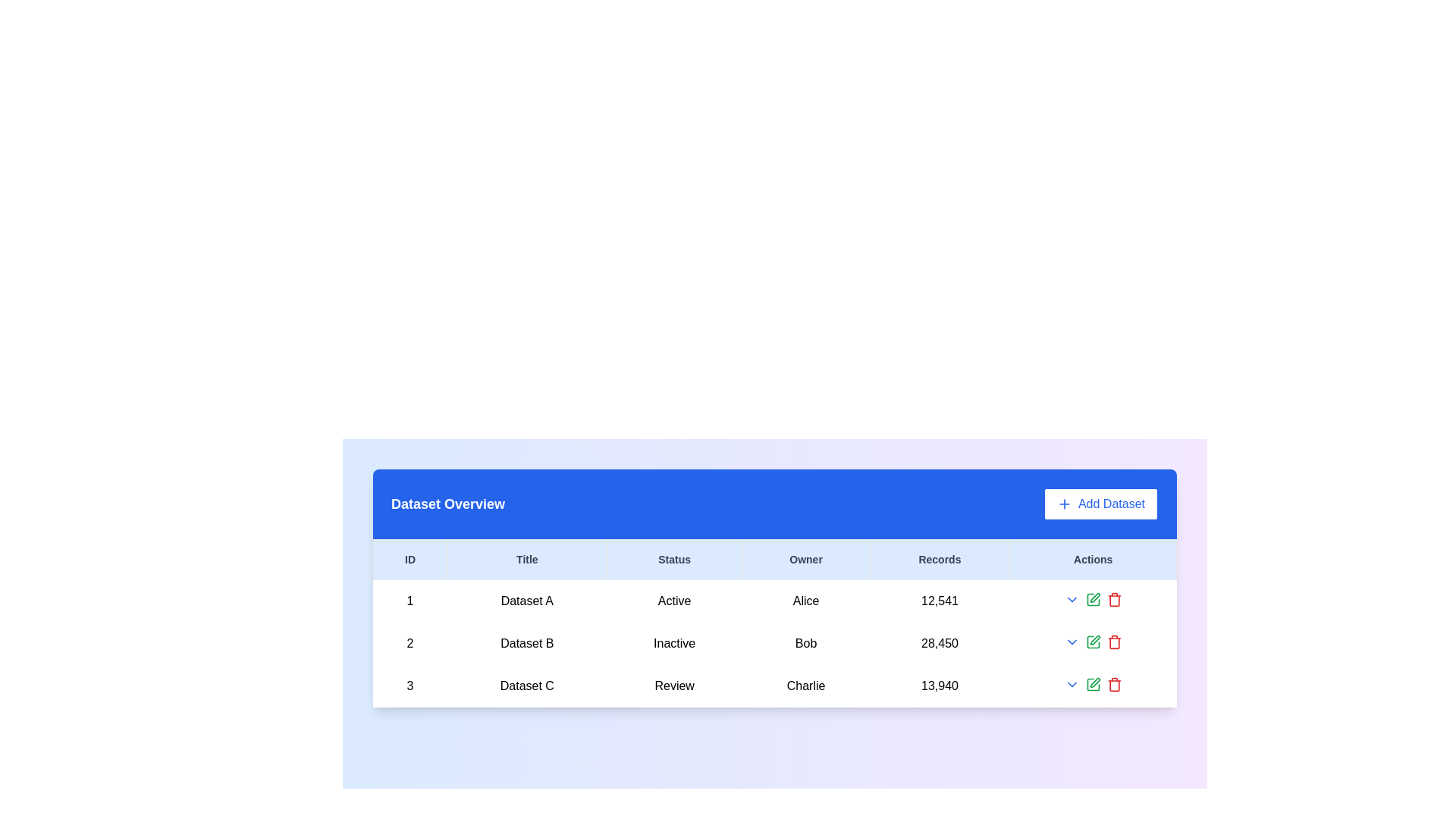 The image size is (1456, 819). I want to click on the green edit icon button, which is located in the 'Actions' column of the first row in the table, so click(1093, 598).